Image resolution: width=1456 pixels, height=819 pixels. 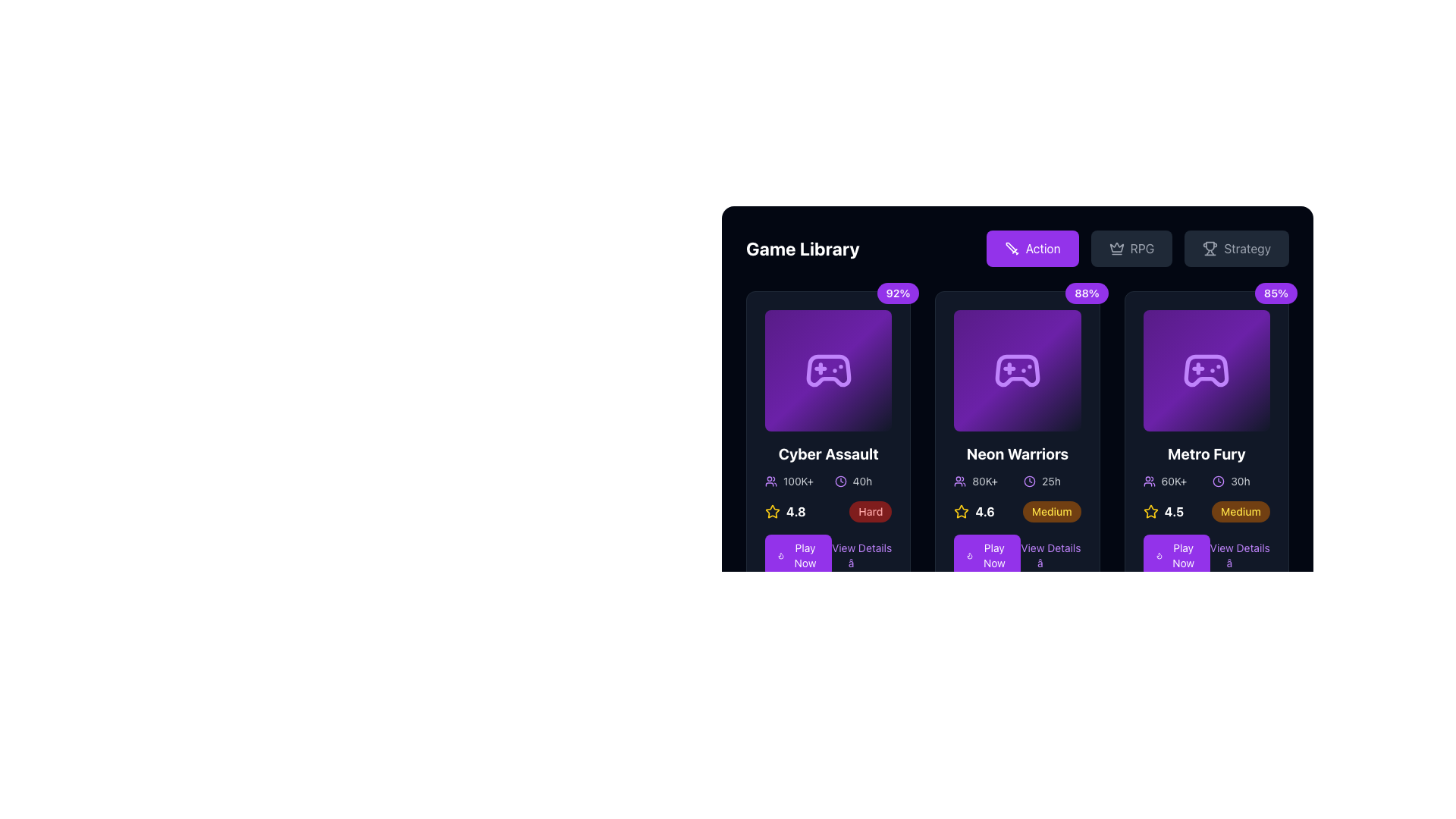 I want to click on the icon associated with the 'Action' button located in the top right section of the interface, so click(x=1012, y=247).